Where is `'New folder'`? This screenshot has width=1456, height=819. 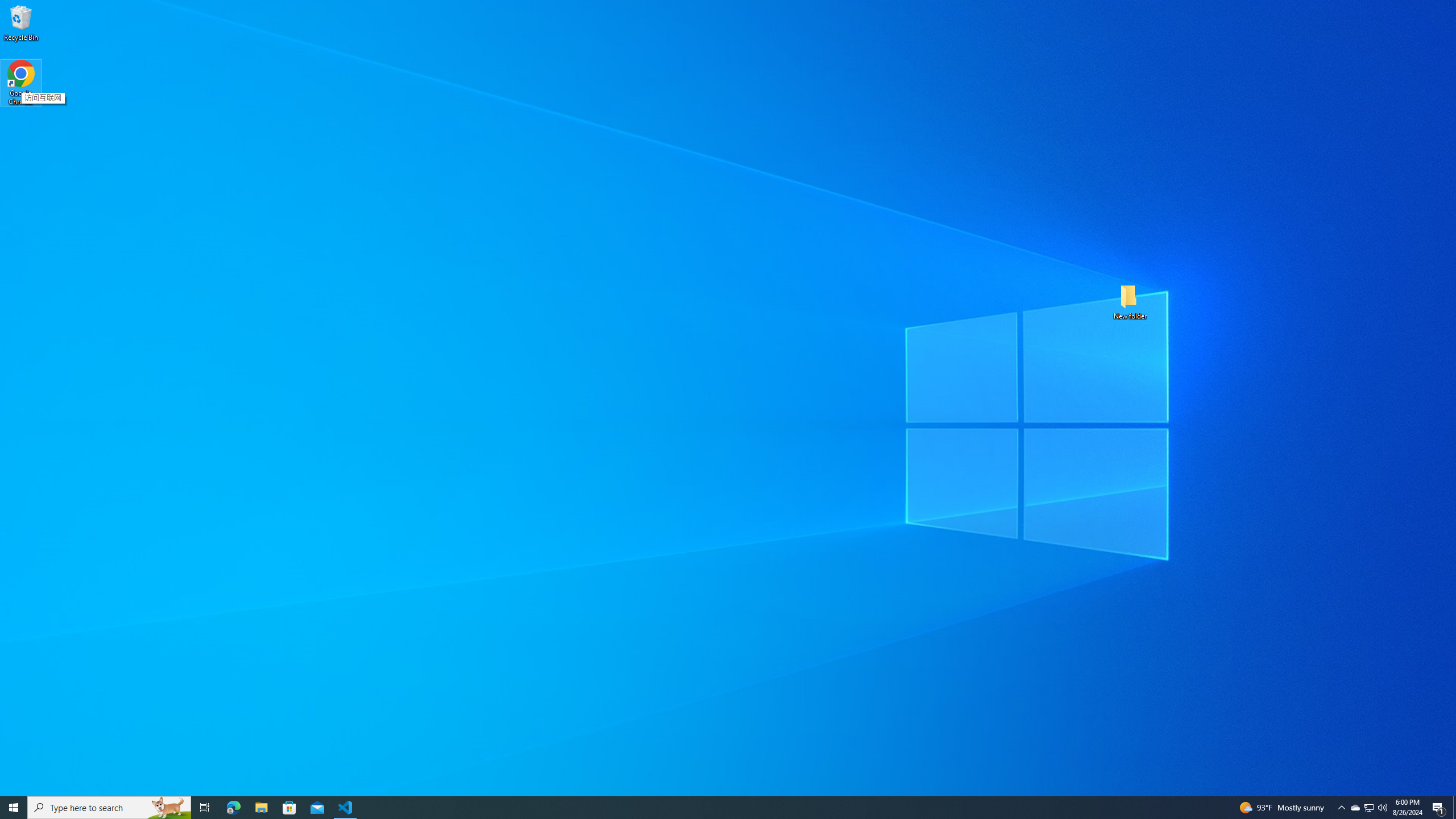 'New folder' is located at coordinates (1130, 300).